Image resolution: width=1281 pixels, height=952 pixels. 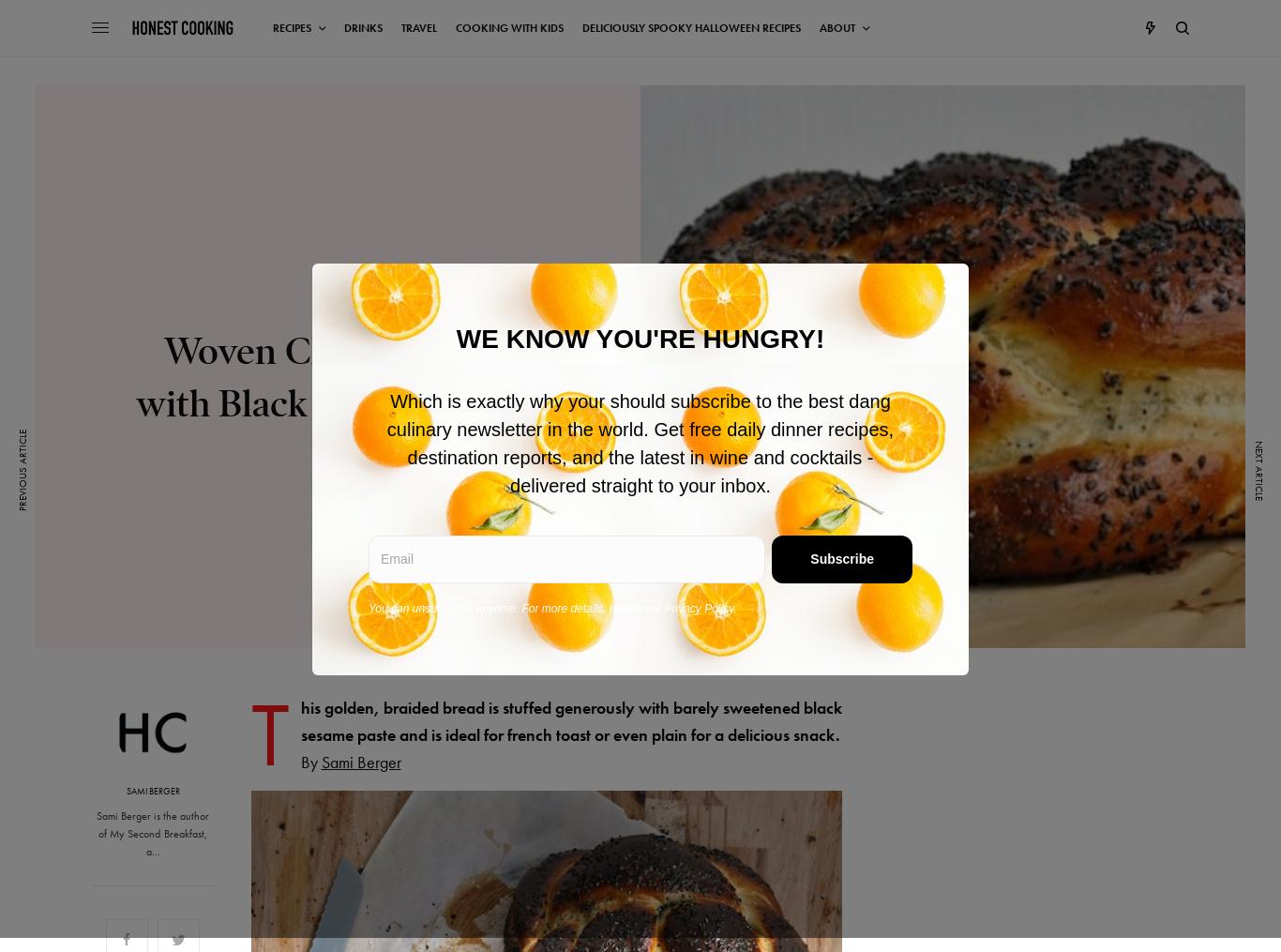 I want to click on 'Cooking with Kids', so click(x=456, y=27).